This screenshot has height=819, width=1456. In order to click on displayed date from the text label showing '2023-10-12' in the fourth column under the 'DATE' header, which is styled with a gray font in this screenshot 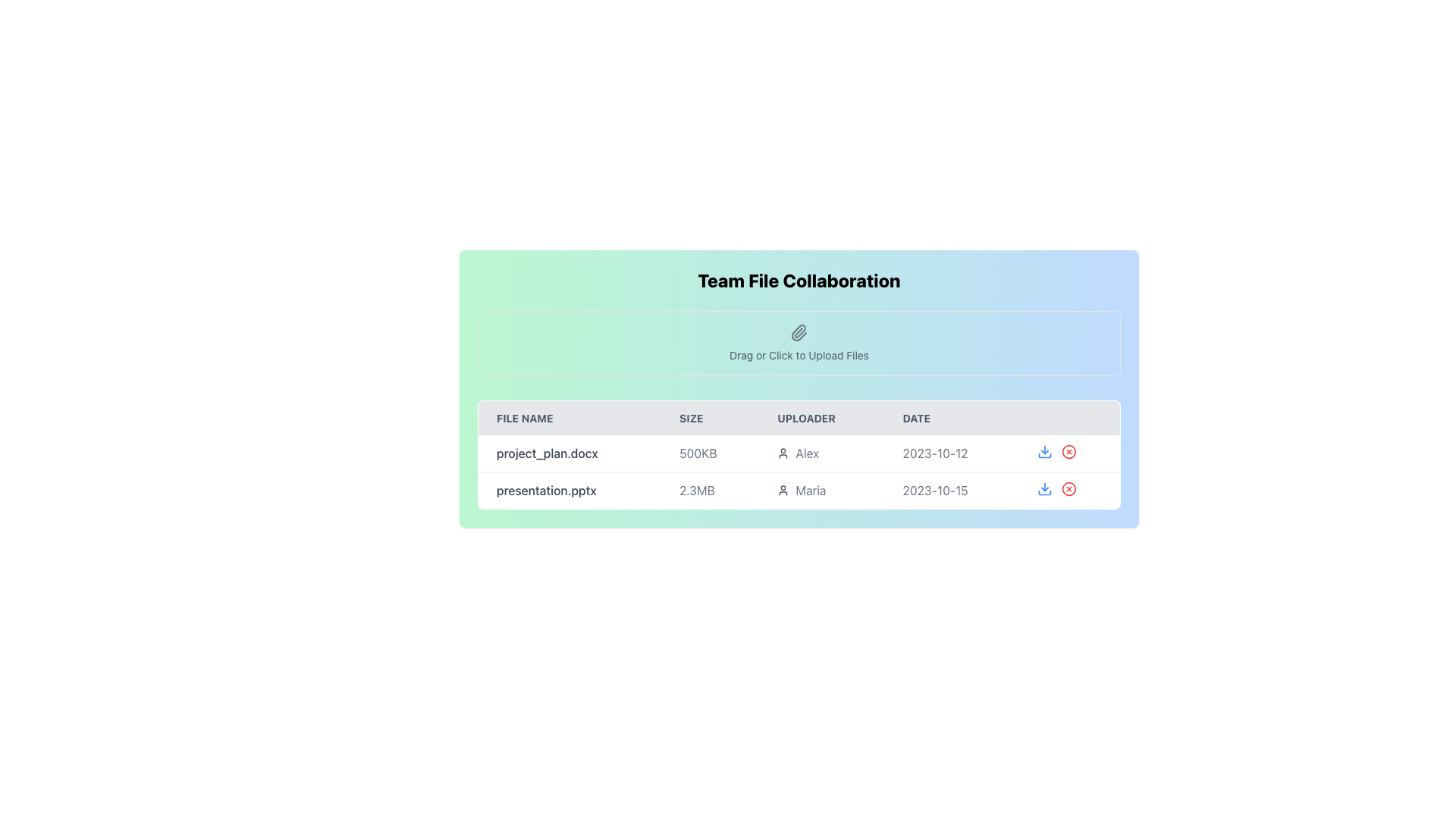, I will do `click(951, 453)`.